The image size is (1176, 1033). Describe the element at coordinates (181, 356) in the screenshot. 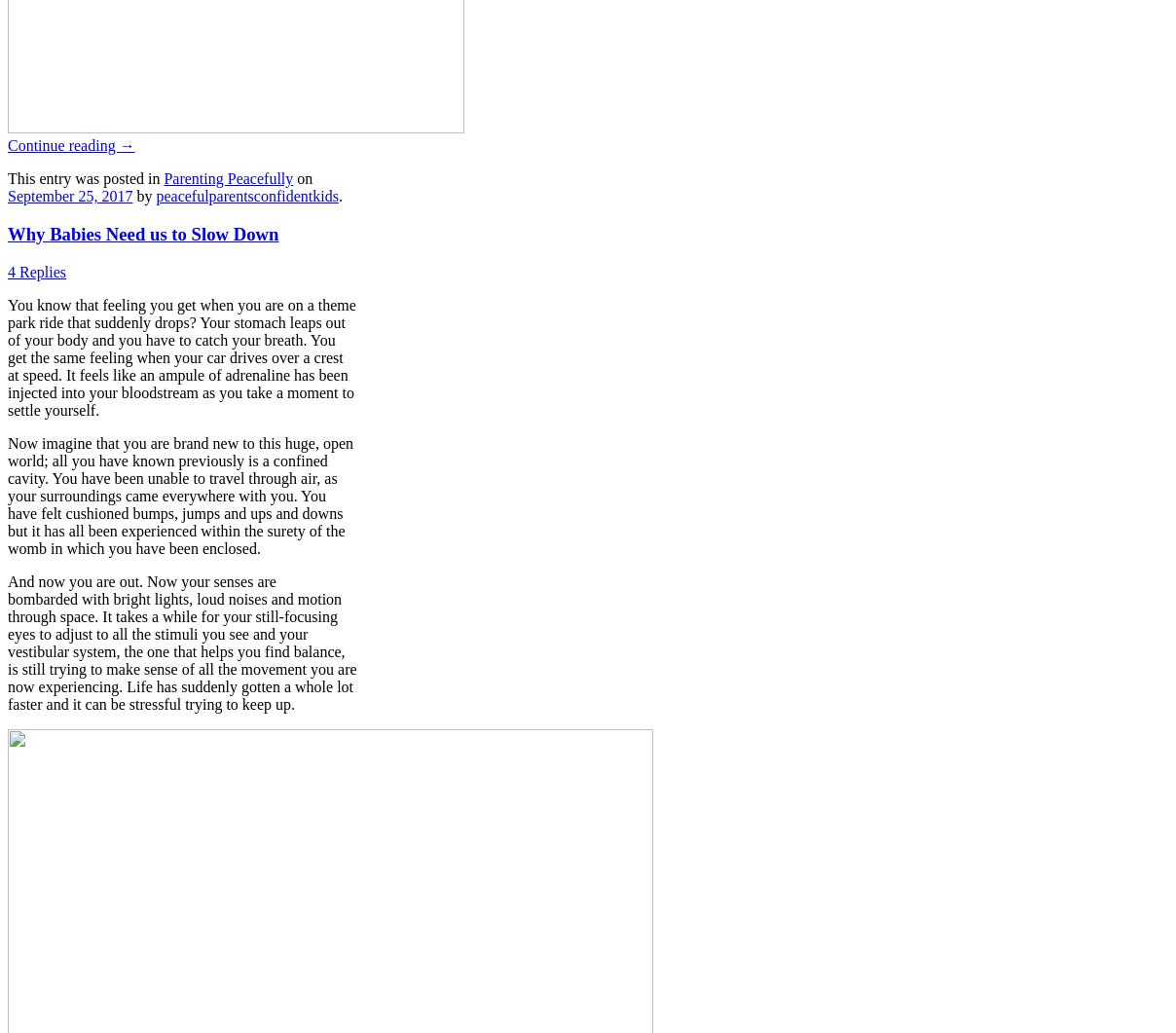

I see `'You know that feeling you get when you are on a theme park ride that suddenly drops? Your stomach leaps out of your body and you have to catch your breath. You get the same feeling when your car drives over a crest at speed. It feels like an ampule of adrenaline has been injected into your bloodstream as you take a moment to settle yourself.'` at that location.